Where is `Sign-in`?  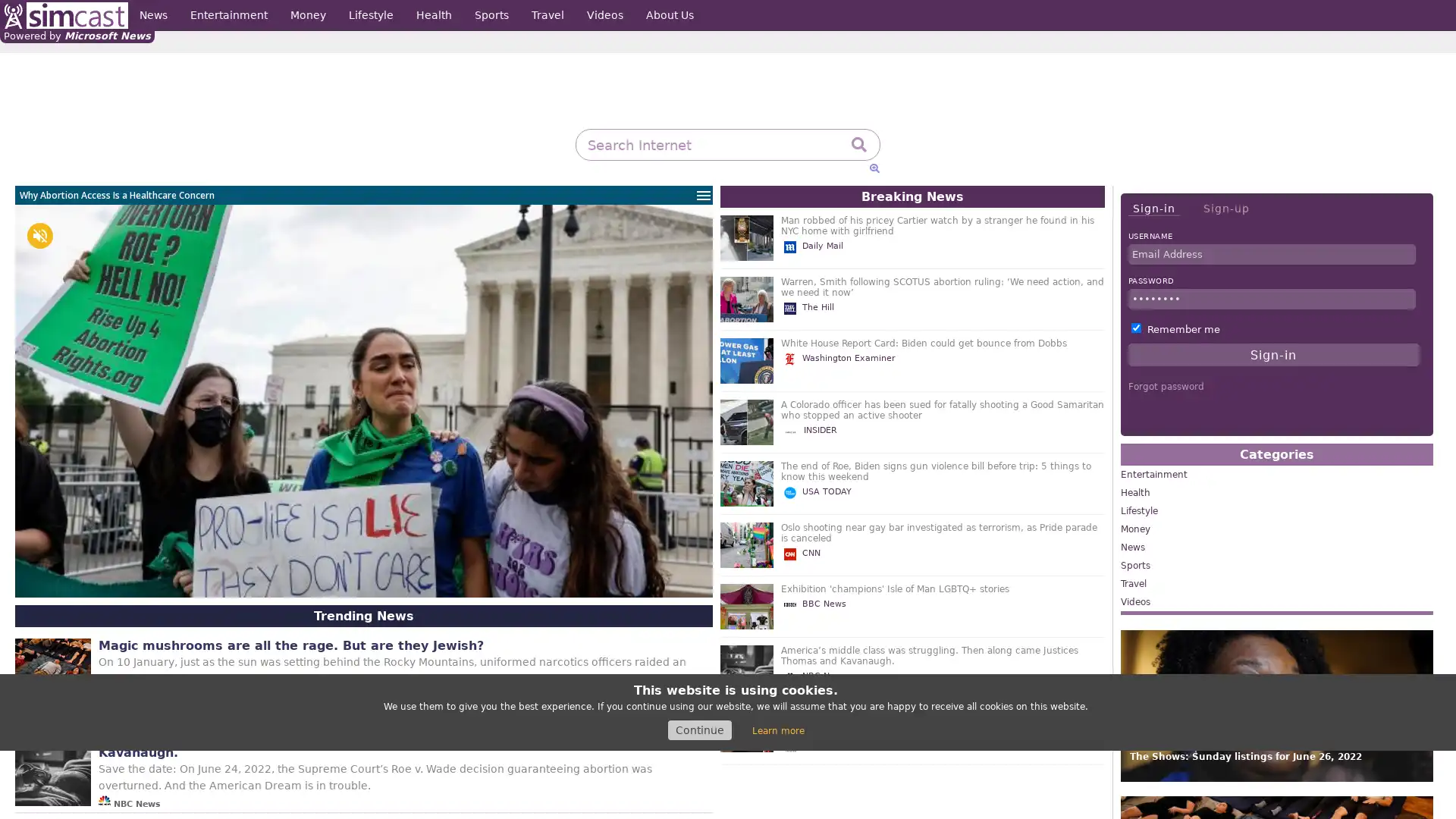 Sign-in is located at coordinates (1273, 354).